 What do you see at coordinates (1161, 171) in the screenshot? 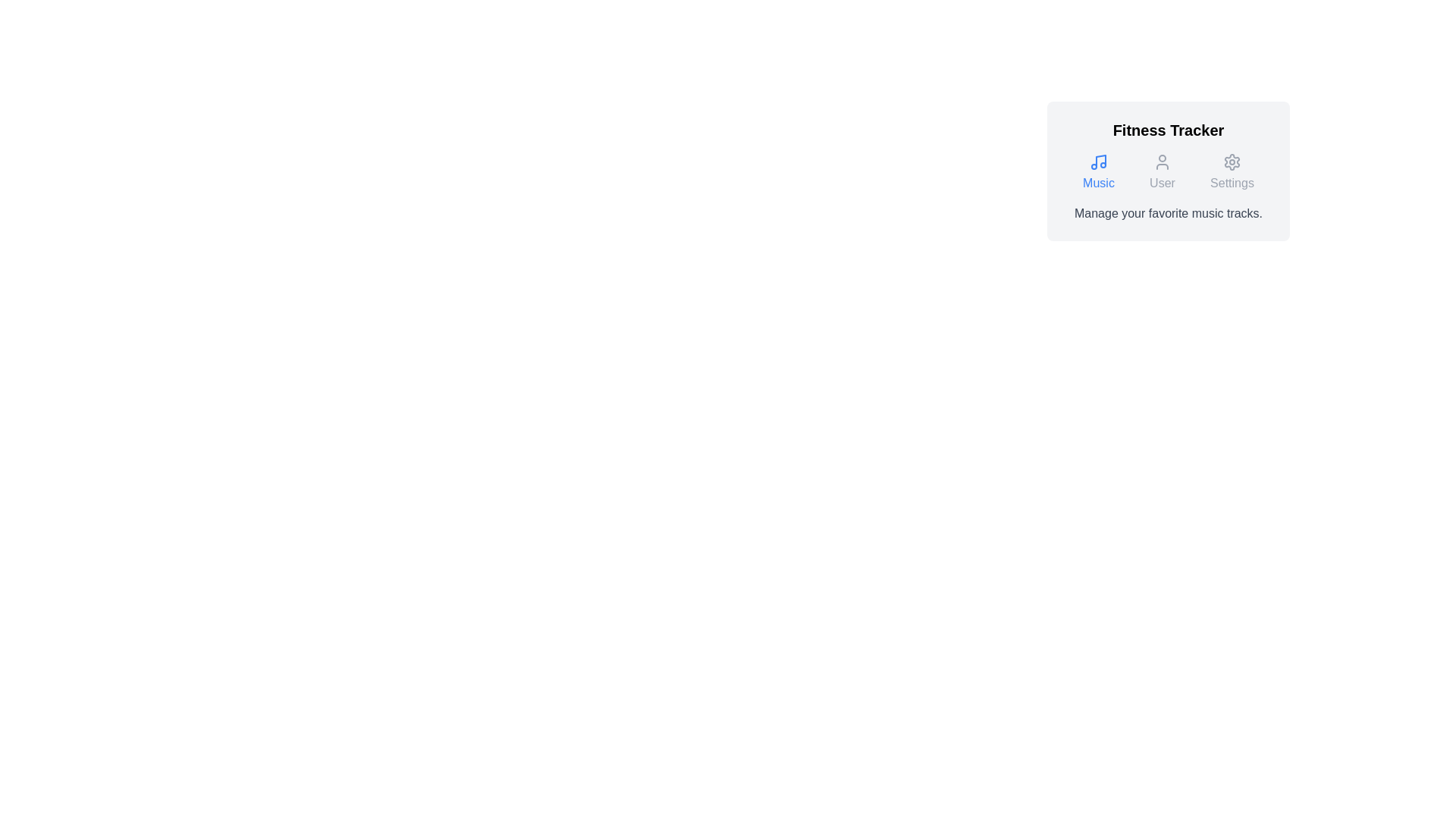
I see `the 'User' button, which is represented by an icon of a person above the label 'User'` at bounding box center [1161, 171].